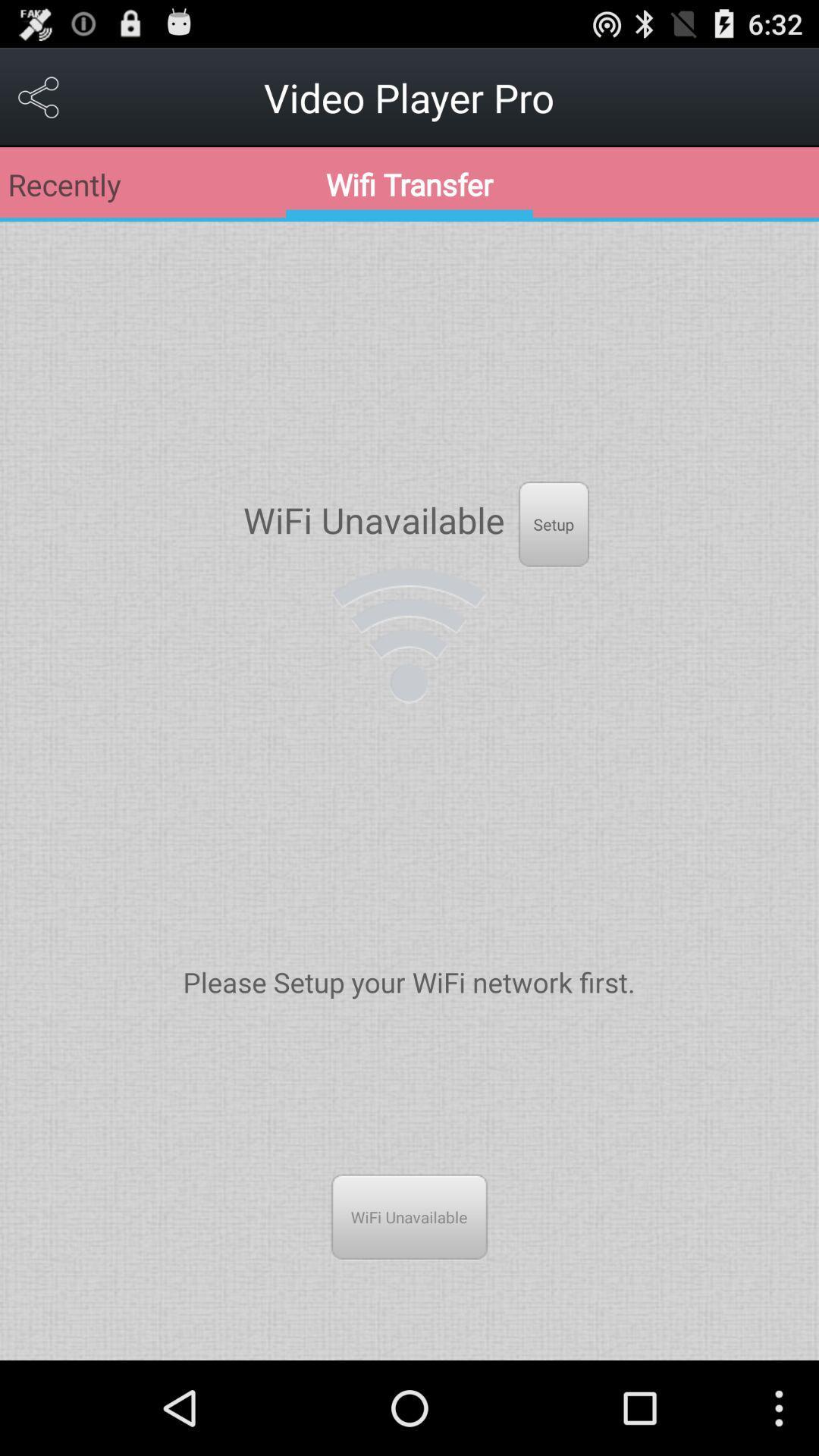 This screenshot has width=819, height=1456. What do you see at coordinates (408, 635) in the screenshot?
I see `the item below the wifi unavailable icon` at bounding box center [408, 635].